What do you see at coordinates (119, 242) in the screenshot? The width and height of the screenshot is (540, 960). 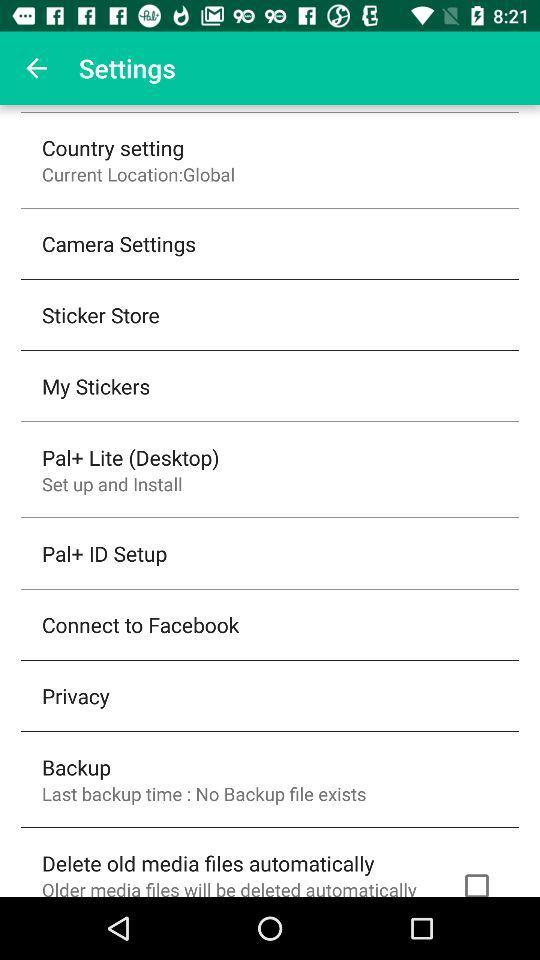 I see `item below current location:global` at bounding box center [119, 242].